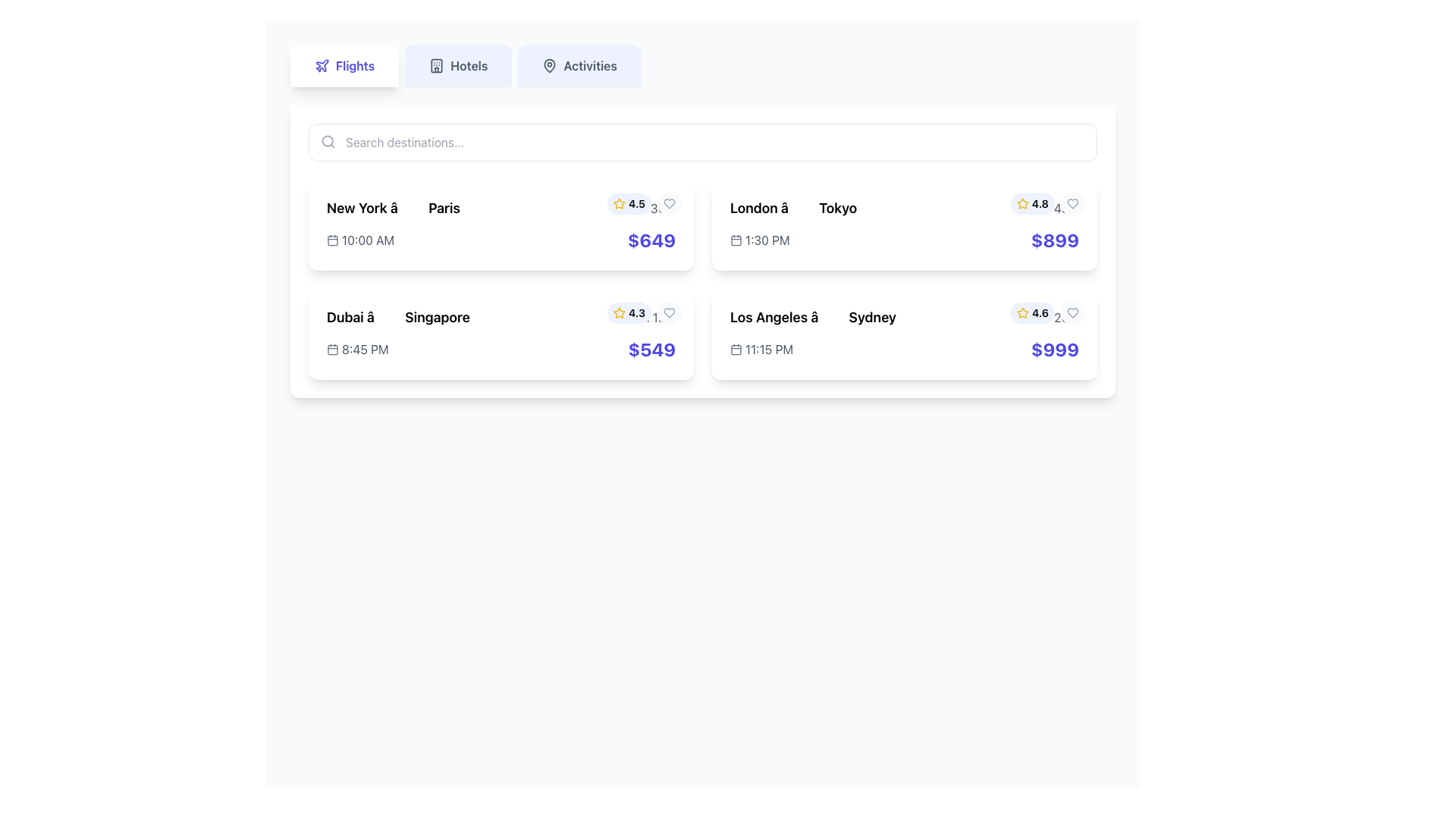 The height and width of the screenshot is (819, 1456). What do you see at coordinates (1054, 350) in the screenshot?
I see `the text label displaying the ticket price for the flight option from 'Los Angeles' to 'Sydney' located at the bottom-right corner of the tile` at bounding box center [1054, 350].